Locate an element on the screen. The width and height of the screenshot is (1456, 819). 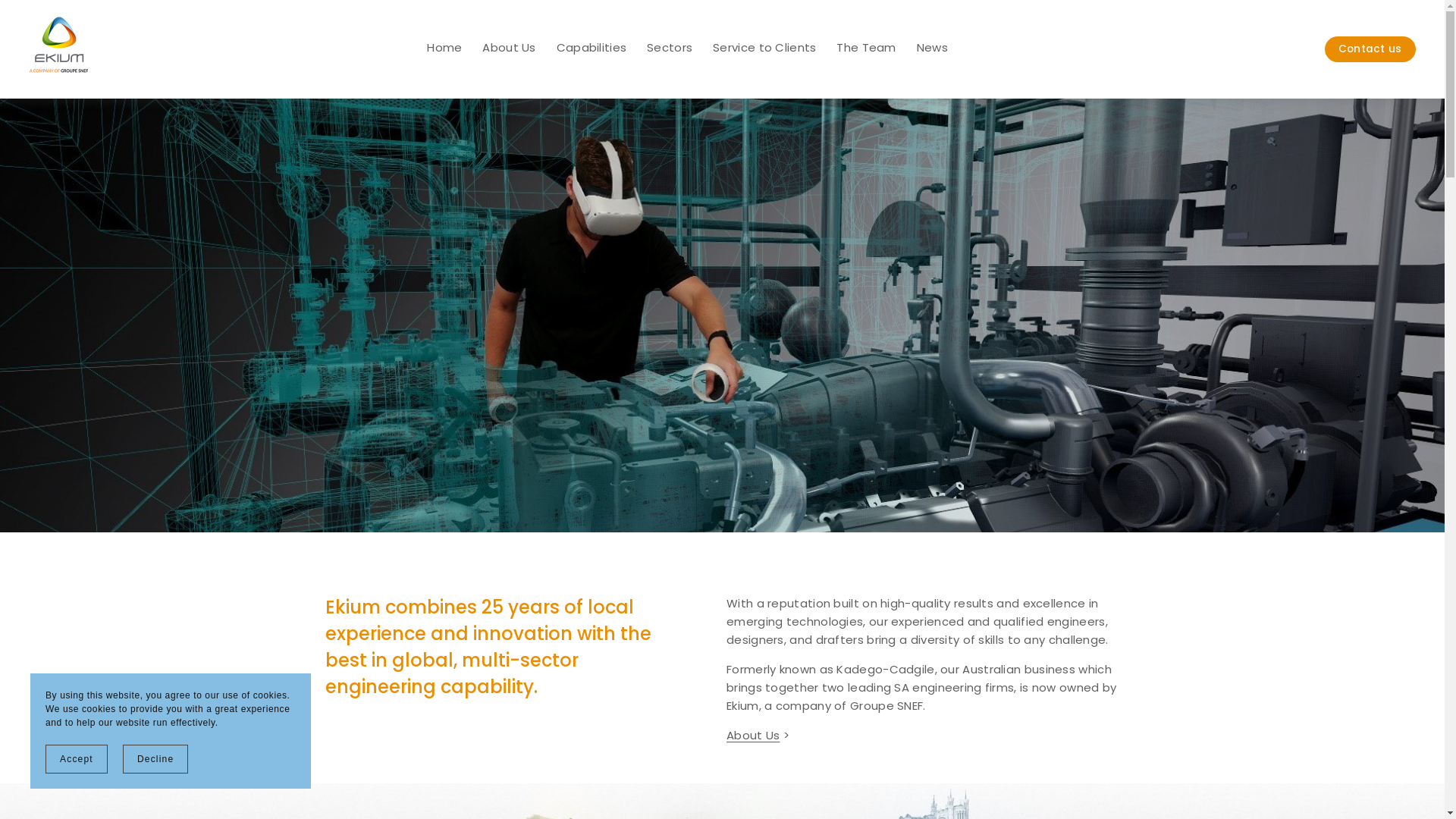
'Capabilities' is located at coordinates (591, 49).